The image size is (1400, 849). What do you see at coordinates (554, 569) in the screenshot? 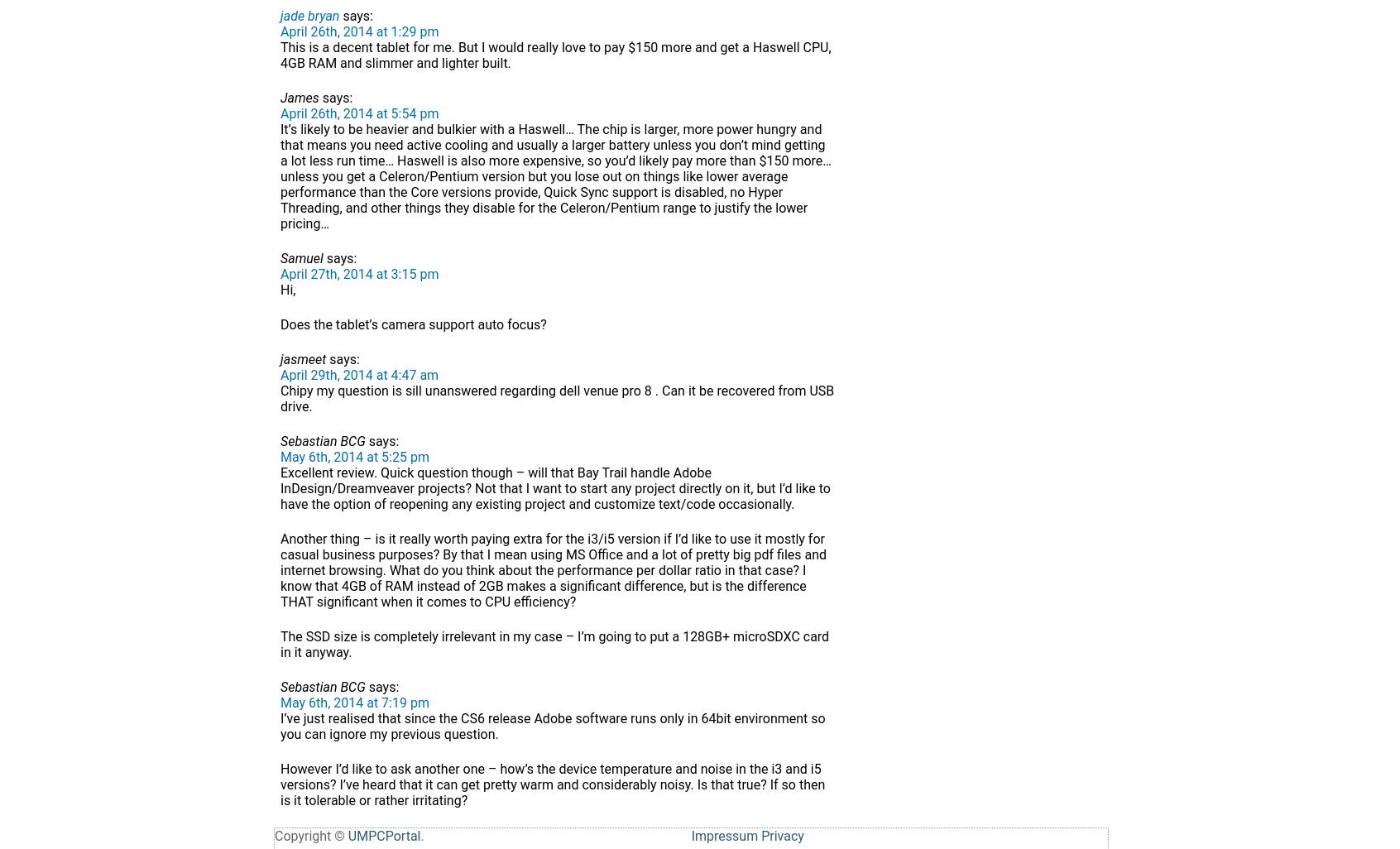
I see `'Another thing – is it really worth paying extra for the i3/i5 version if I’d like to use it mostly for casual business purposes? By that I mean using MS Office and a lot of pretty big pdf files and internet browsing. What do you think about the performance per dollar ratio in that case? I know that 4GB of RAM instead of 2GB makes a significant difference, but is the difference THAT significant when it comes to CPU efficiency?'` at bounding box center [554, 569].